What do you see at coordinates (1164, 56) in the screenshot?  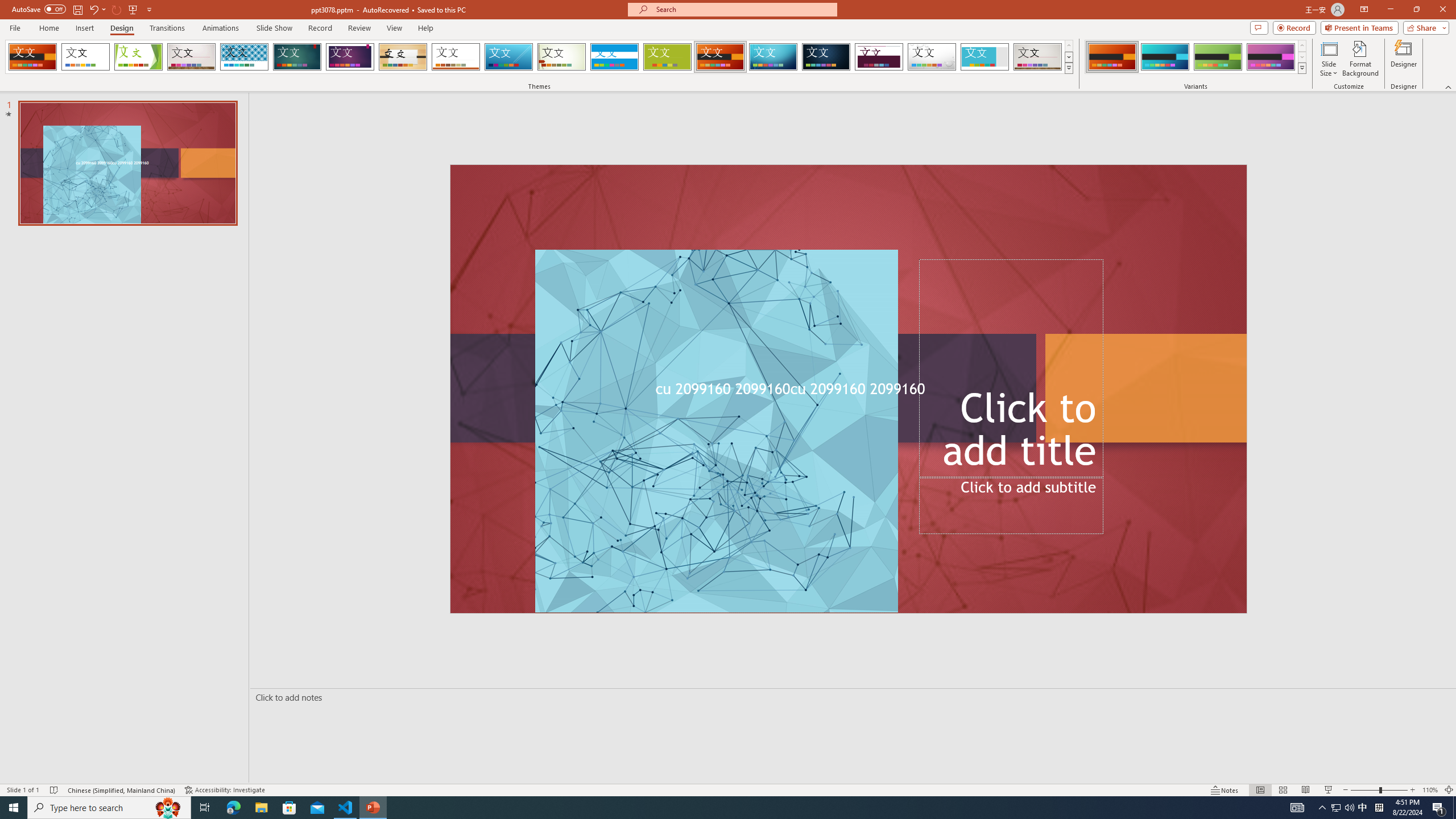 I see `'Berlin Variant 2'` at bounding box center [1164, 56].